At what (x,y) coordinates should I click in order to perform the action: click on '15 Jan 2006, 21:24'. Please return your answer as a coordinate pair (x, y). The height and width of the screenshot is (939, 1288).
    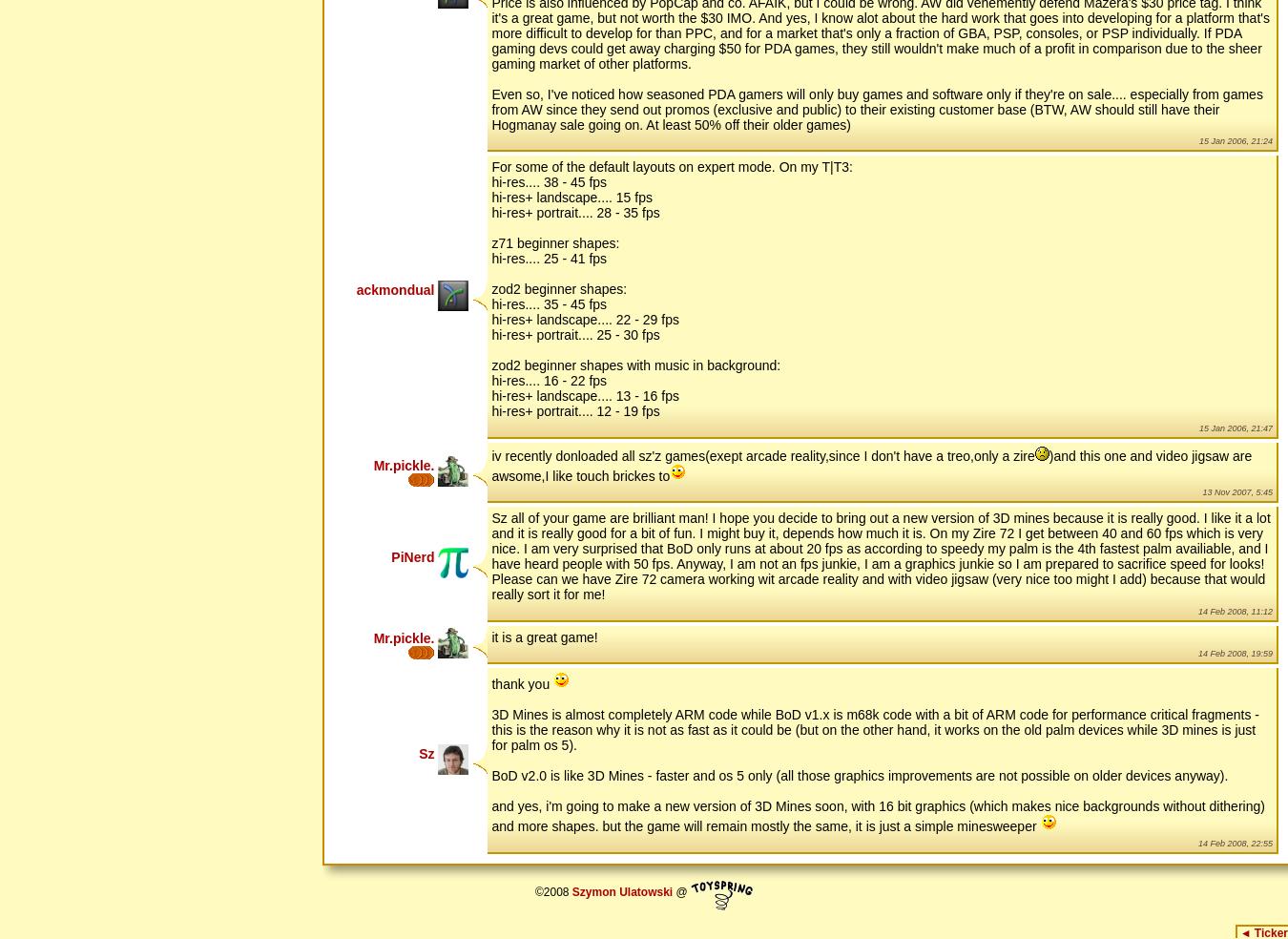
    Looking at the image, I should click on (1236, 140).